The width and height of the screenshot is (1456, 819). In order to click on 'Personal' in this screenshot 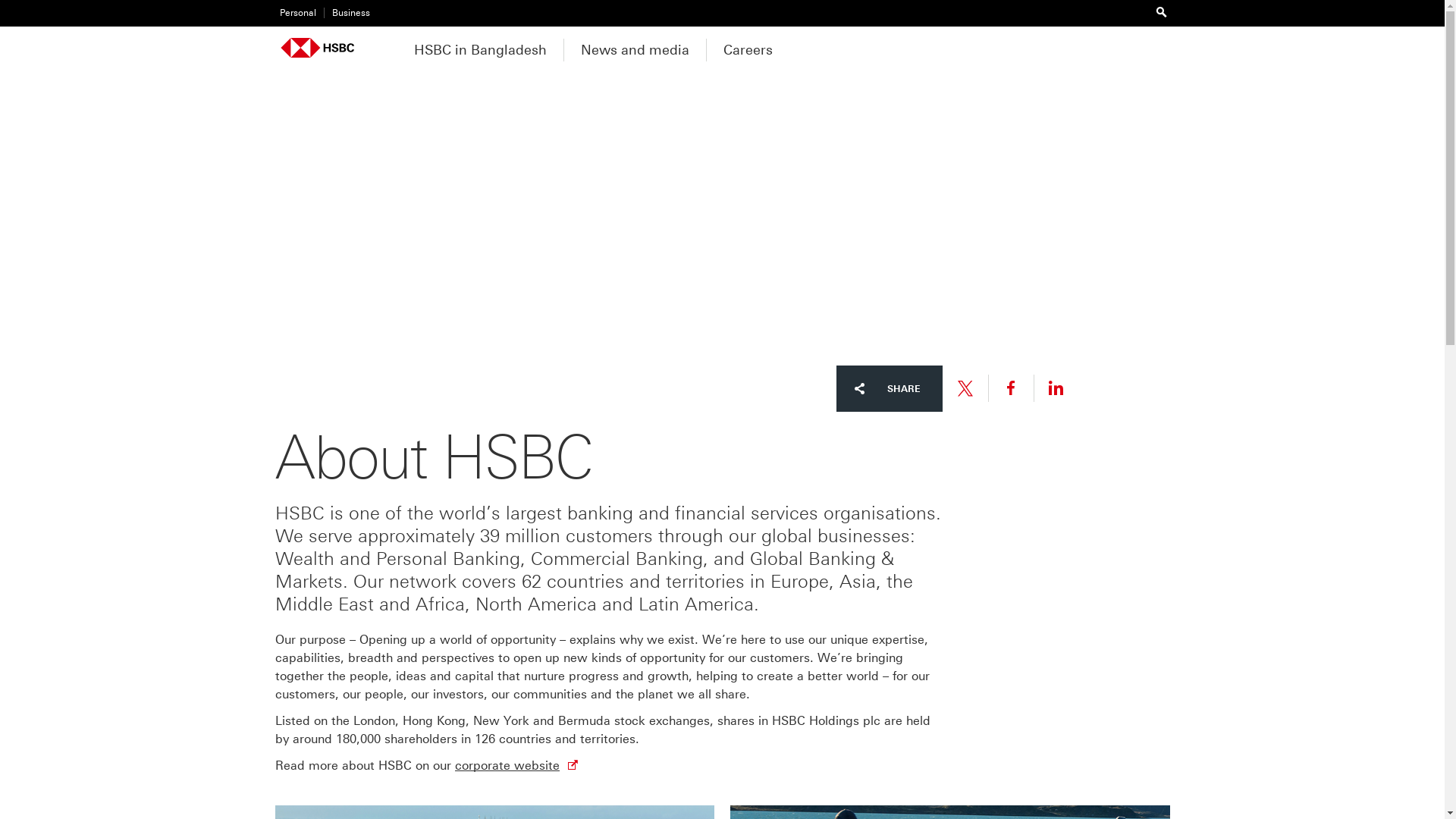, I will do `click(294, 13)`.